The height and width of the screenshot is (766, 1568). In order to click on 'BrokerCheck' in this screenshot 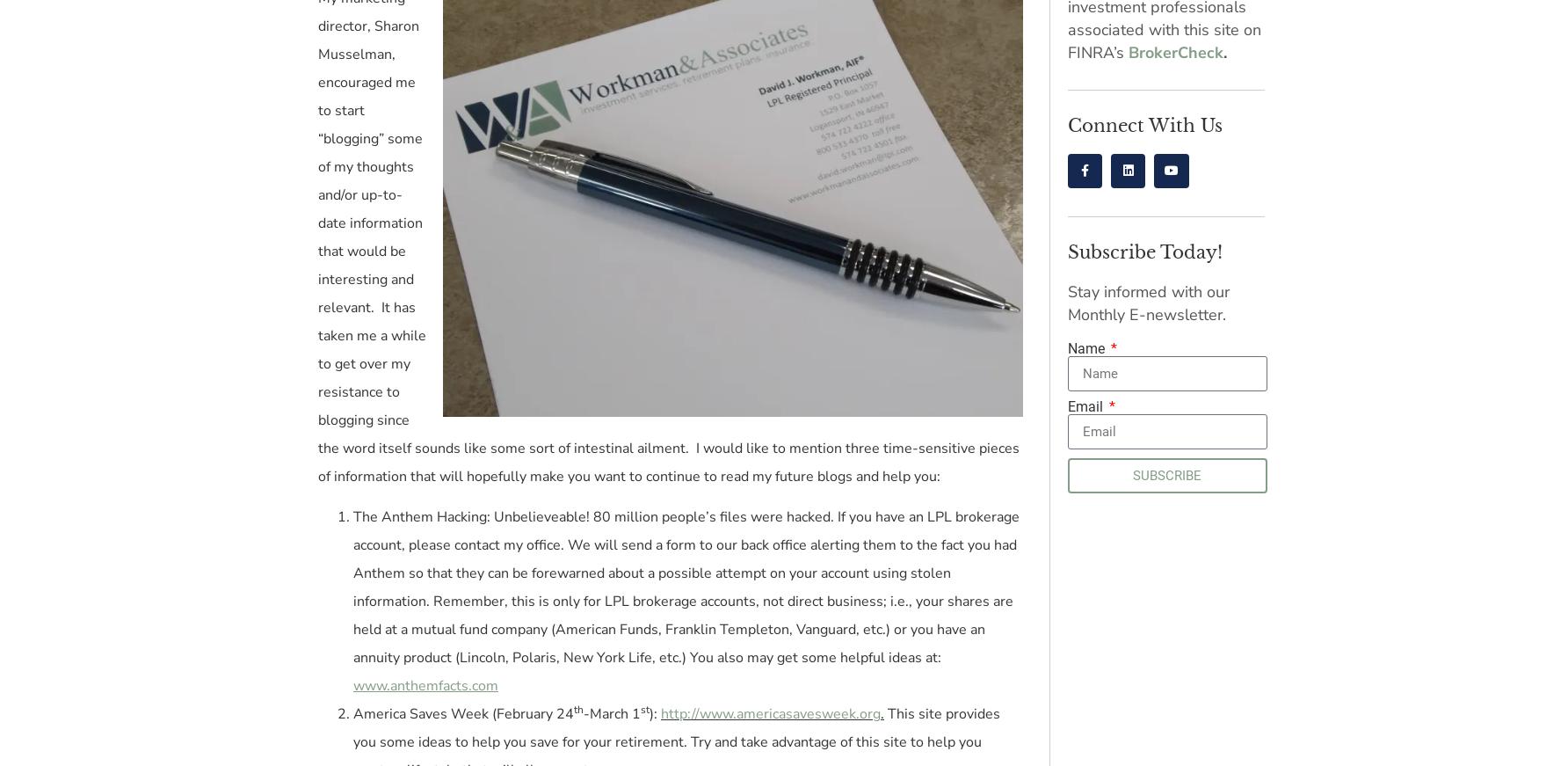, I will do `click(1176, 52)`.